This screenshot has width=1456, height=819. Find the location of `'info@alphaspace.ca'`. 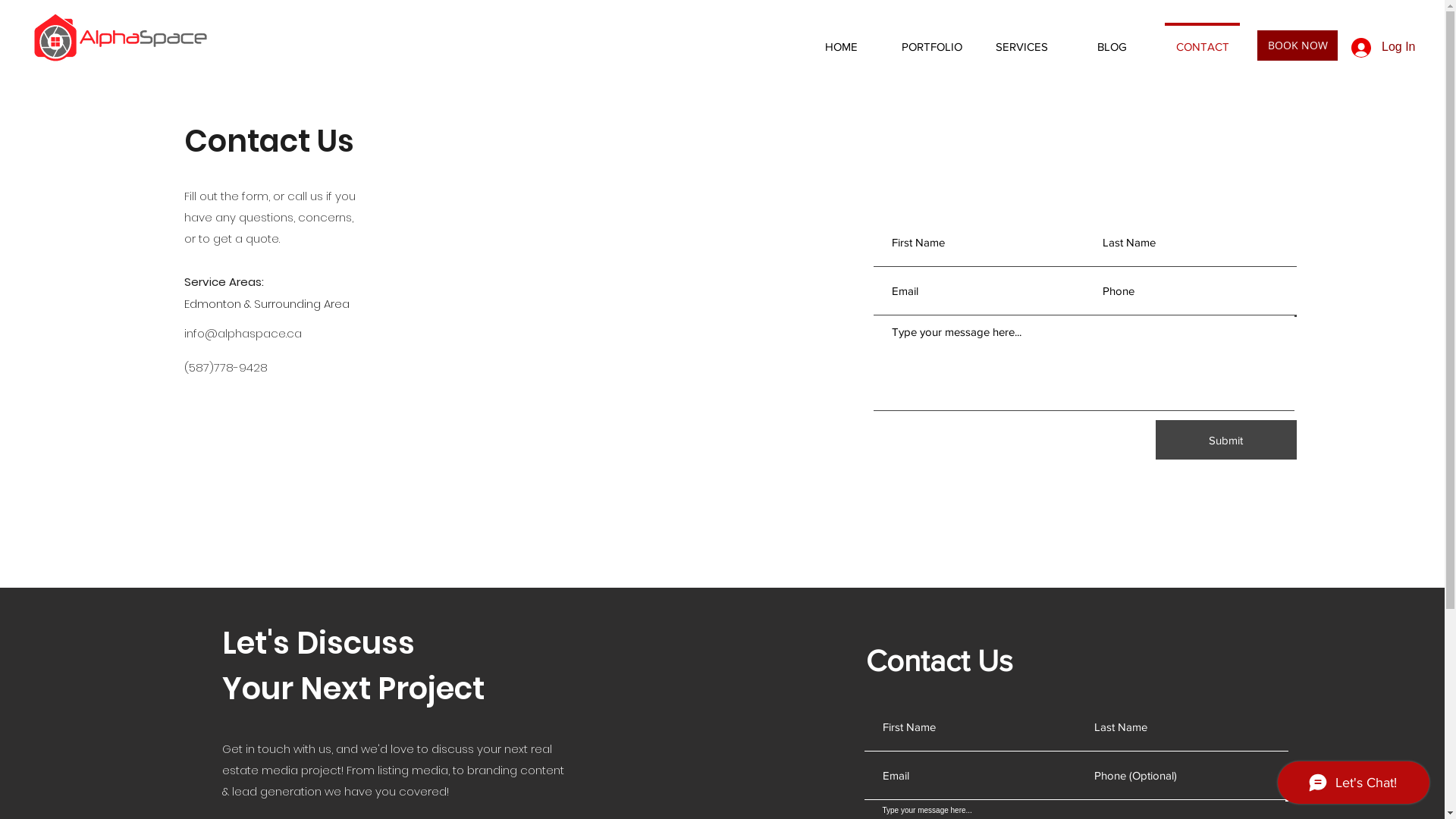

'info@alphaspace.ca' is located at coordinates (243, 332).